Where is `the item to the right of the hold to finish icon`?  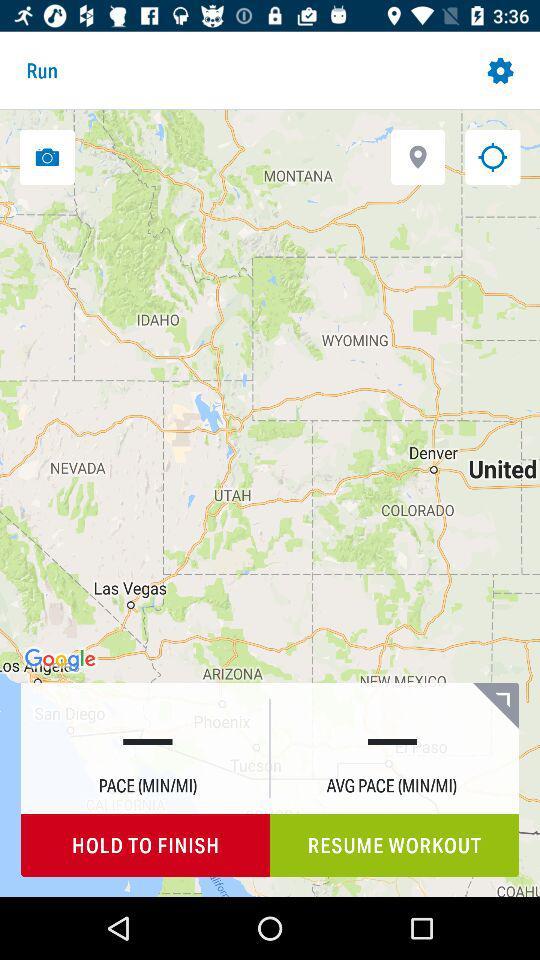 the item to the right of the hold to finish icon is located at coordinates (394, 844).